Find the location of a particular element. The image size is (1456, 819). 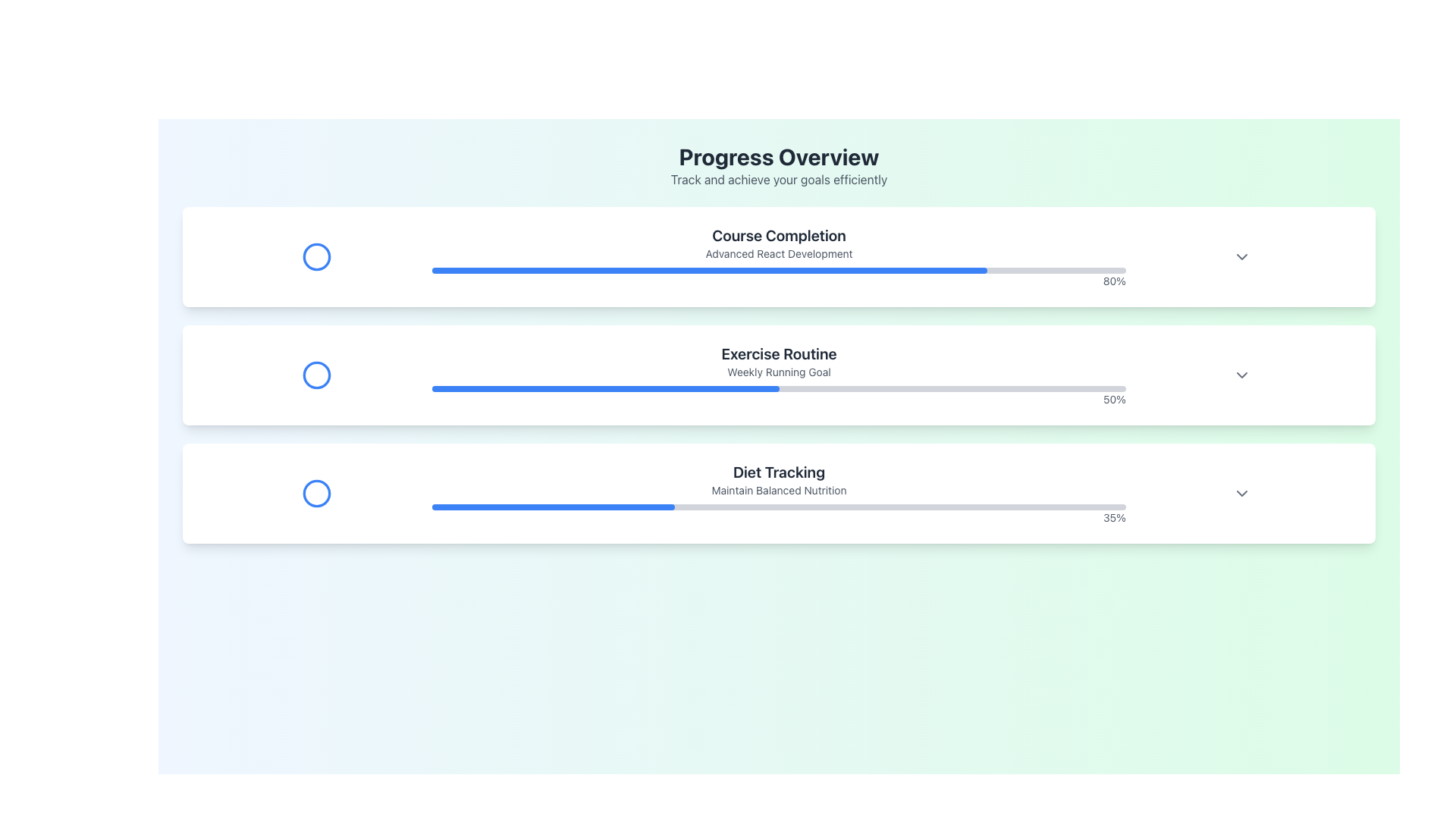

the percentage value displayed on the progress bar located beneath the 'Weekly Running Goal' subheader in the 'Exercise Routine' section to understand the progress achieved is located at coordinates (779, 396).